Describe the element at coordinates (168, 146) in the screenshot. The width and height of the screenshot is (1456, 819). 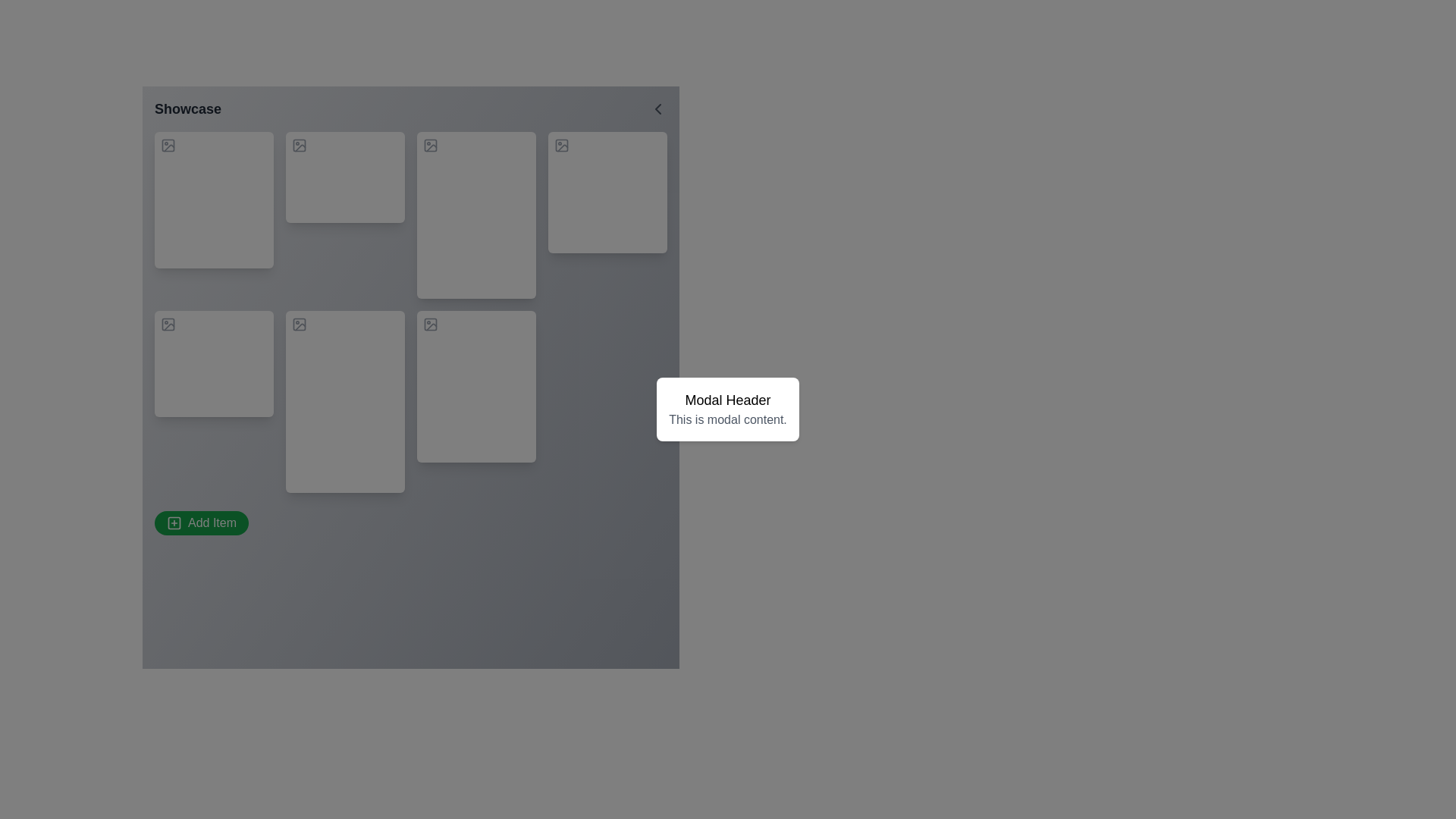
I see `the decorative icon located at the top-left corner of the primary card in the grid layout, which may indicate an action or status related to the card` at that location.